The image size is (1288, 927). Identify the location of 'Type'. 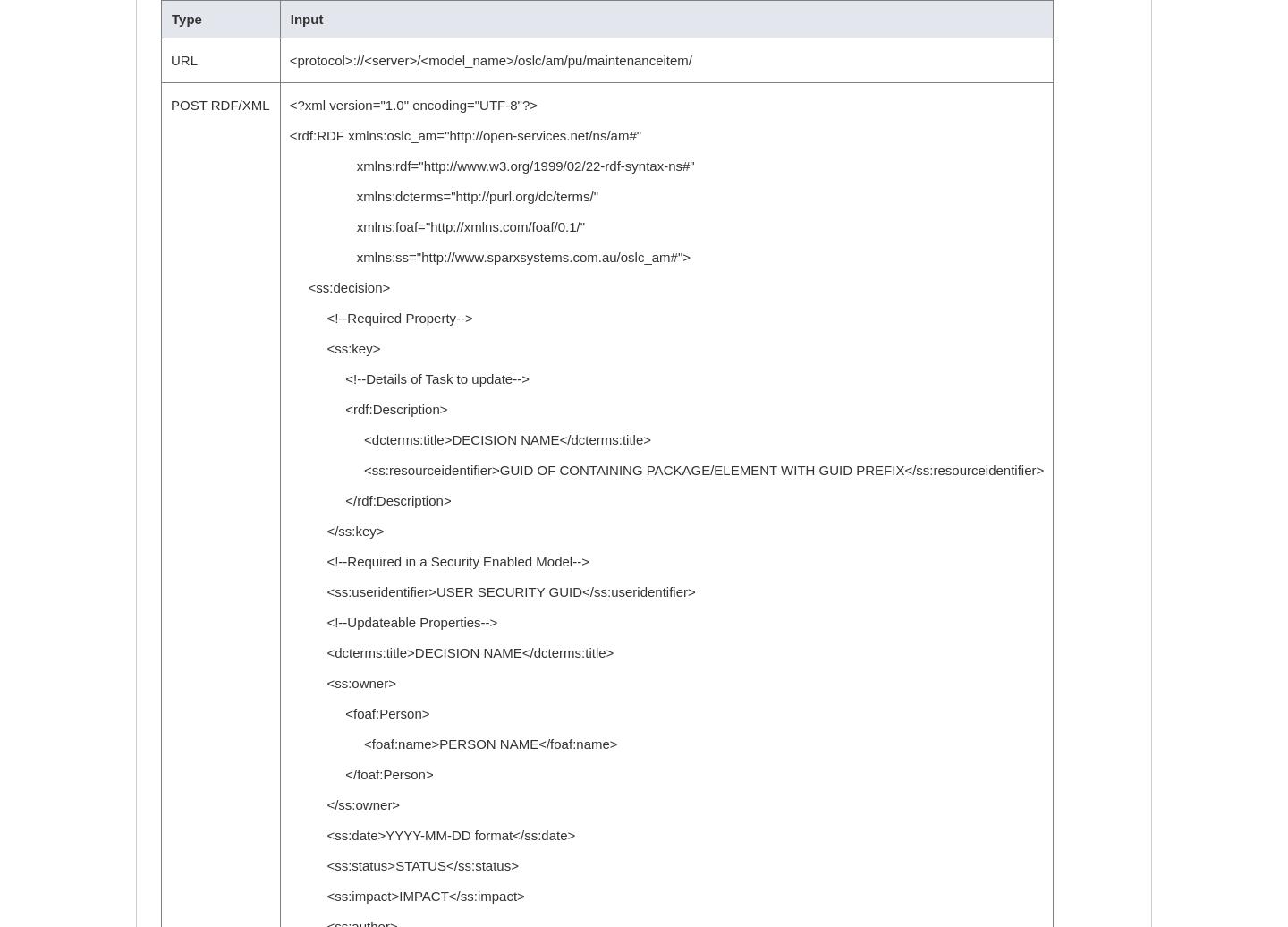
(171, 19).